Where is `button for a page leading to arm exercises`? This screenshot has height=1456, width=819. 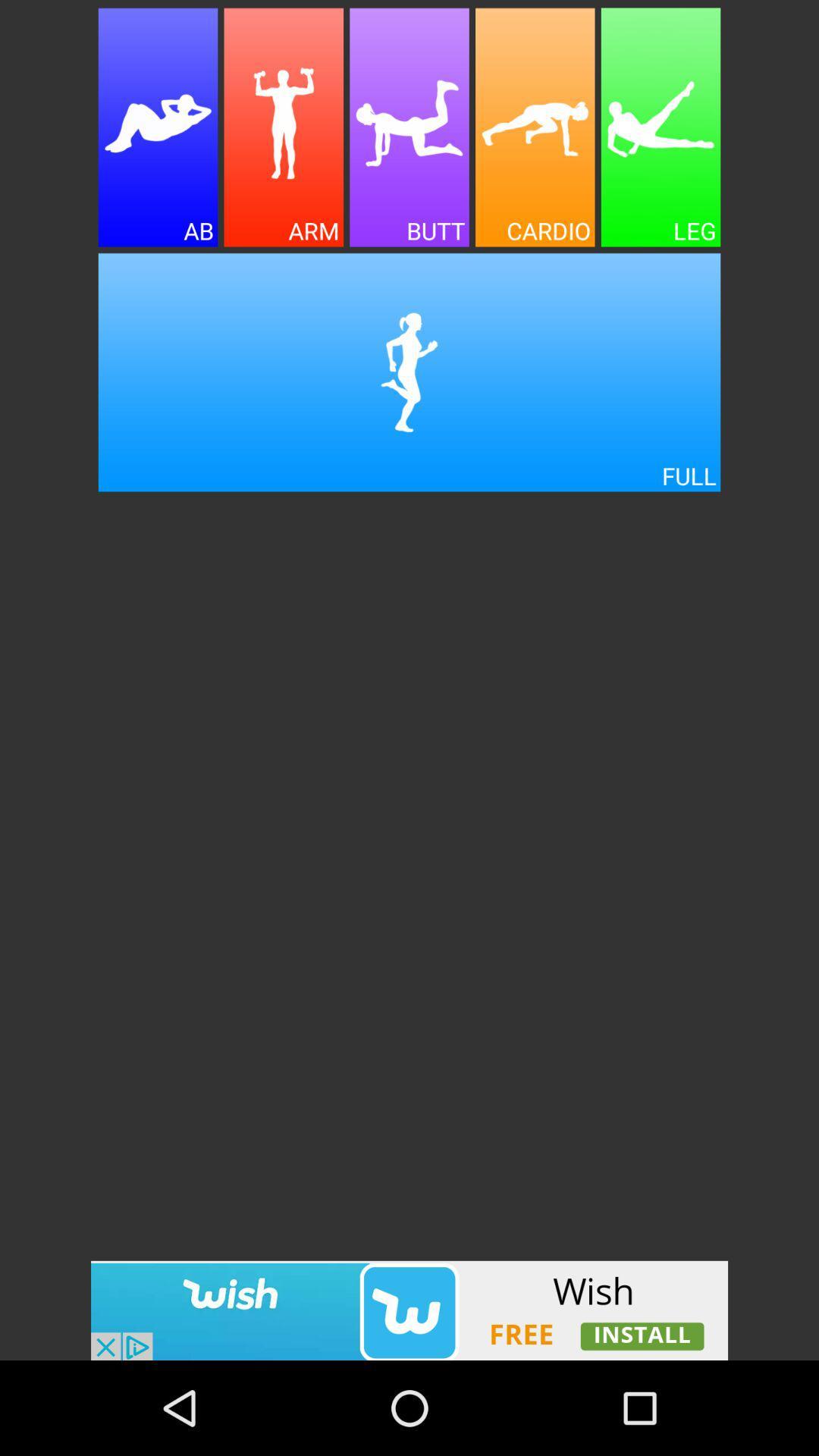 button for a page leading to arm exercises is located at coordinates (284, 127).